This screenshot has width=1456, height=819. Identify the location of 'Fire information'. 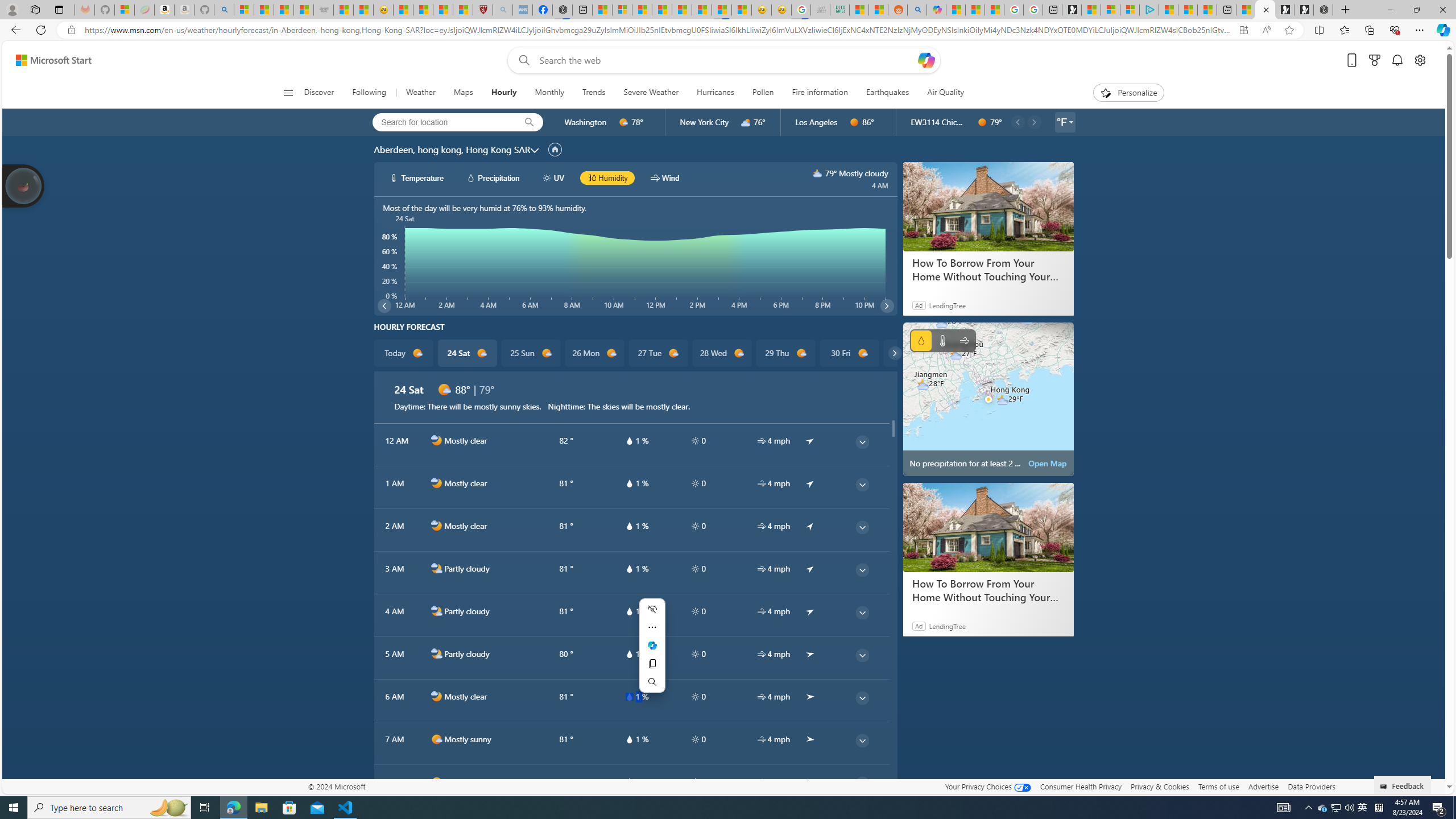
(819, 92).